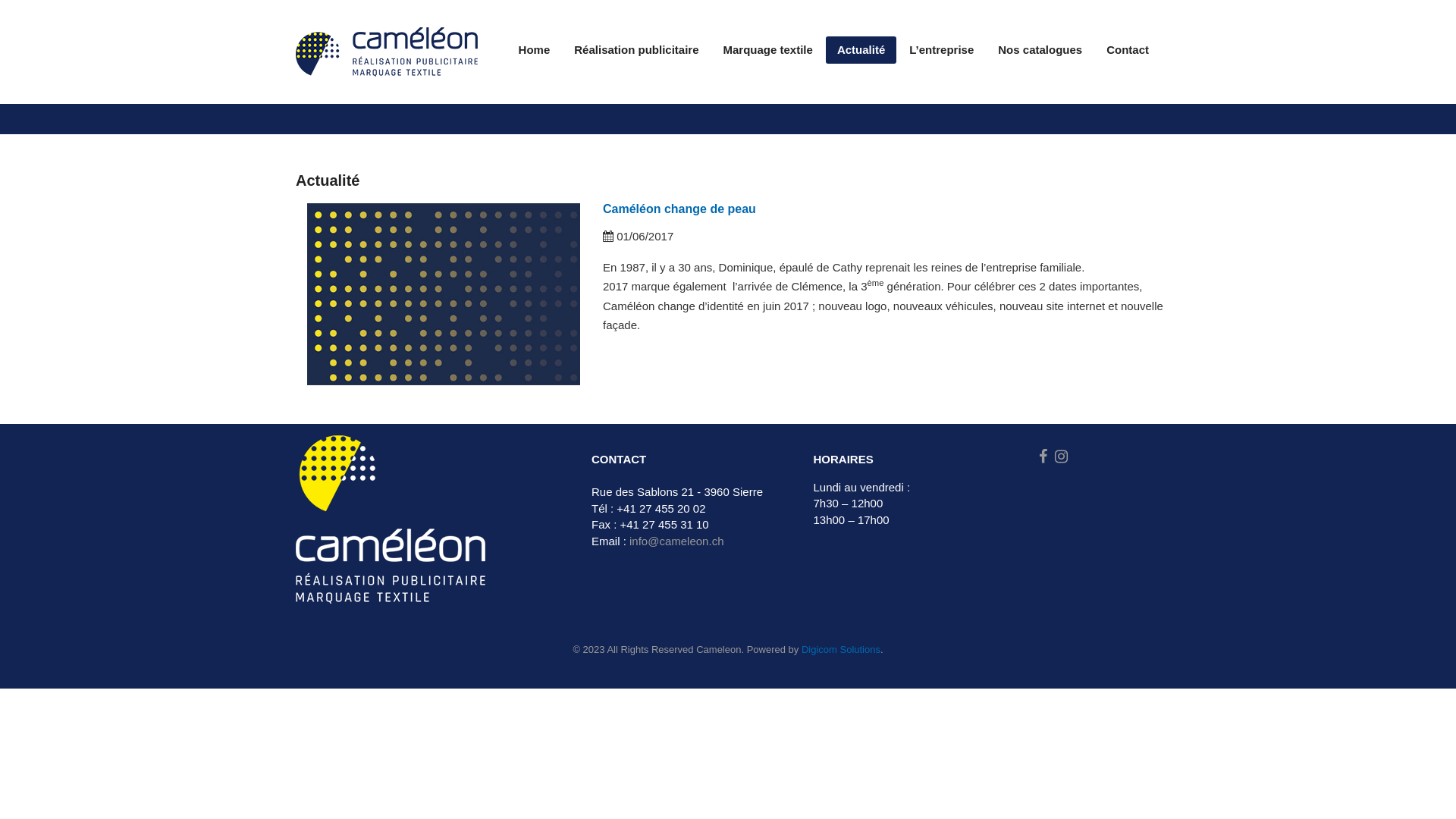  What do you see at coordinates (839, 648) in the screenshot?
I see `'Digicom Solutions'` at bounding box center [839, 648].